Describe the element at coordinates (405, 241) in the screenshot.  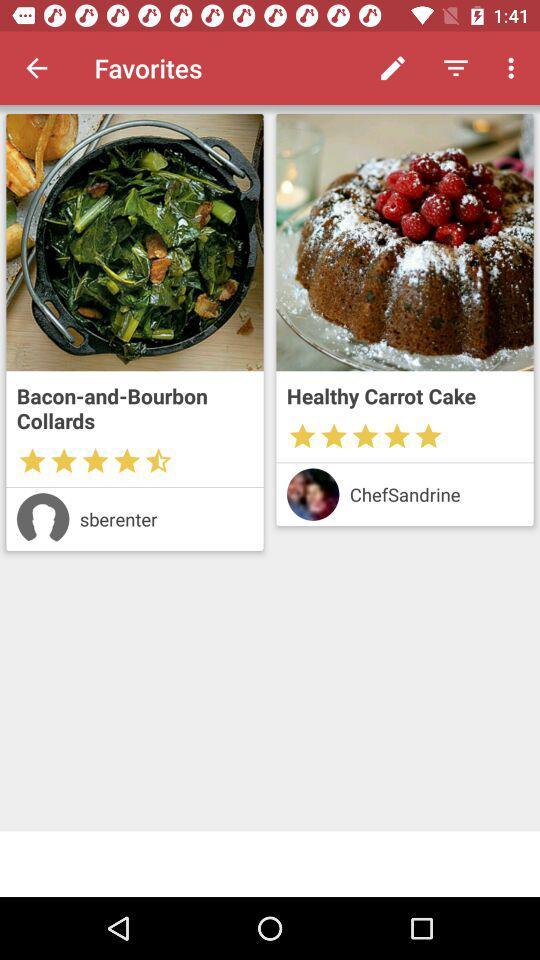
I see `see larger photo` at that location.